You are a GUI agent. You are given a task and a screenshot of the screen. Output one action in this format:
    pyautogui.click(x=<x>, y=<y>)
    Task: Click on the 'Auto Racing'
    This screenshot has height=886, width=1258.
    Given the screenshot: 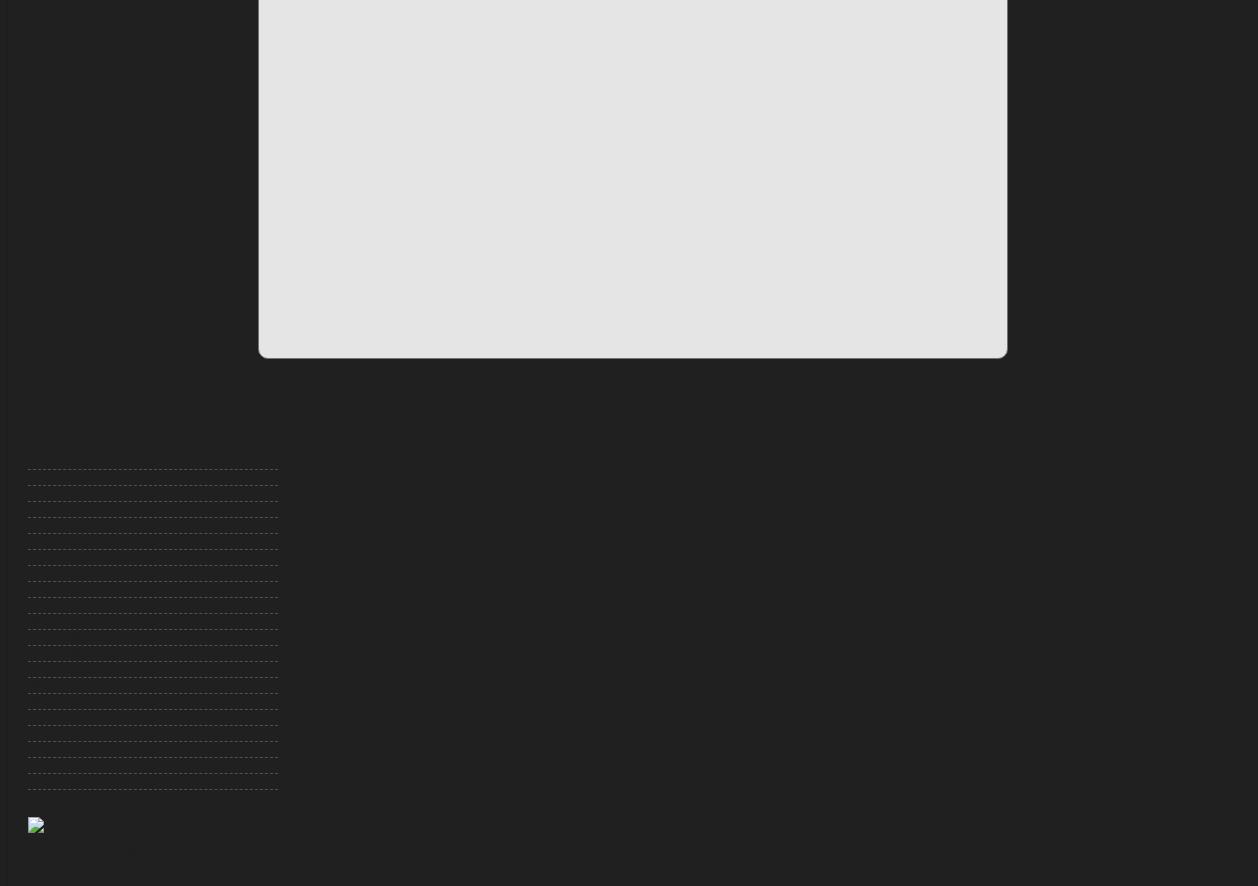 What is the action you would take?
    pyautogui.click(x=60, y=460)
    